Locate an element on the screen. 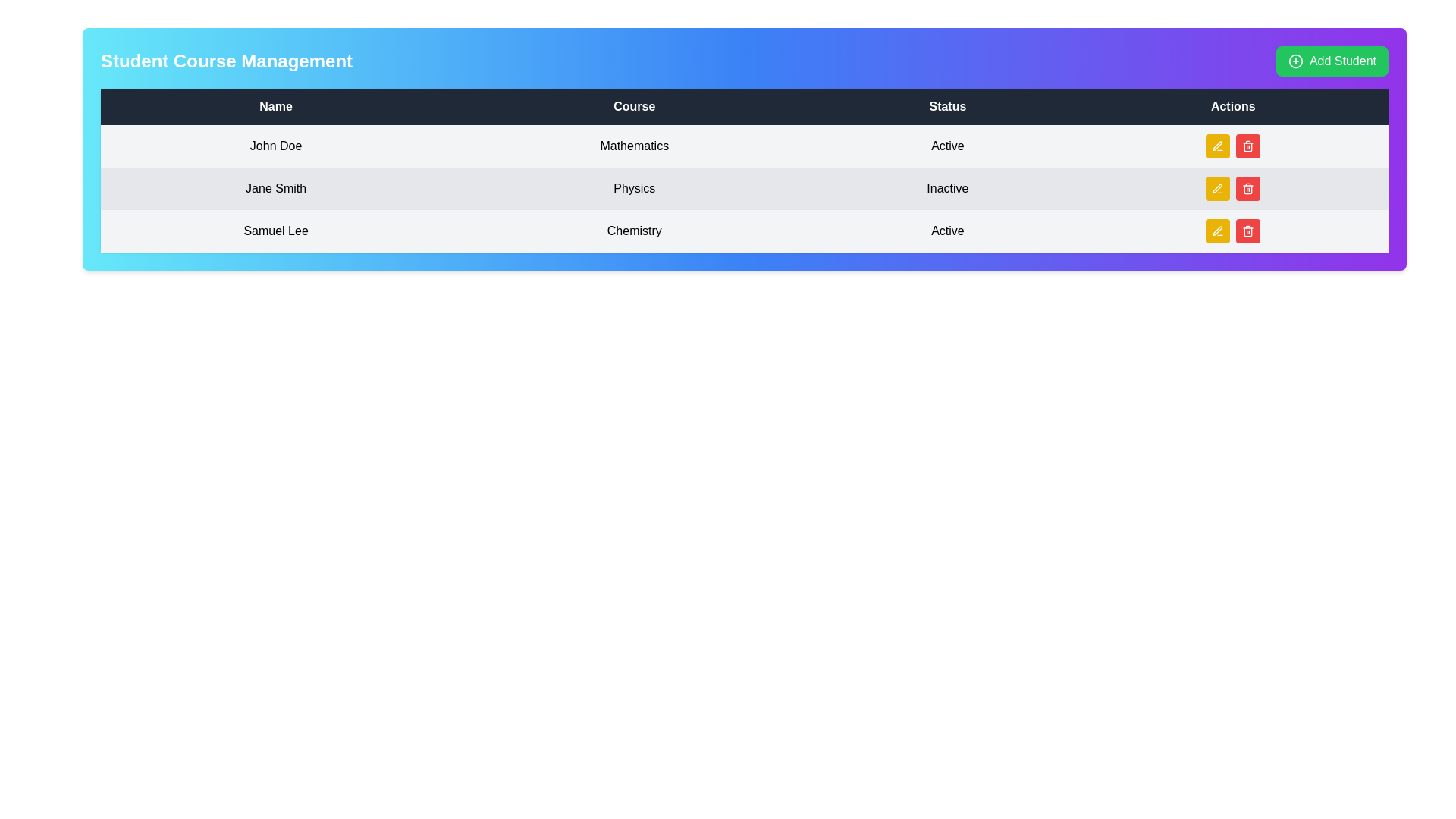 The height and width of the screenshot is (819, 1456). the edit button located in the 'Actions' column of the first row in the table is located at coordinates (1218, 146).